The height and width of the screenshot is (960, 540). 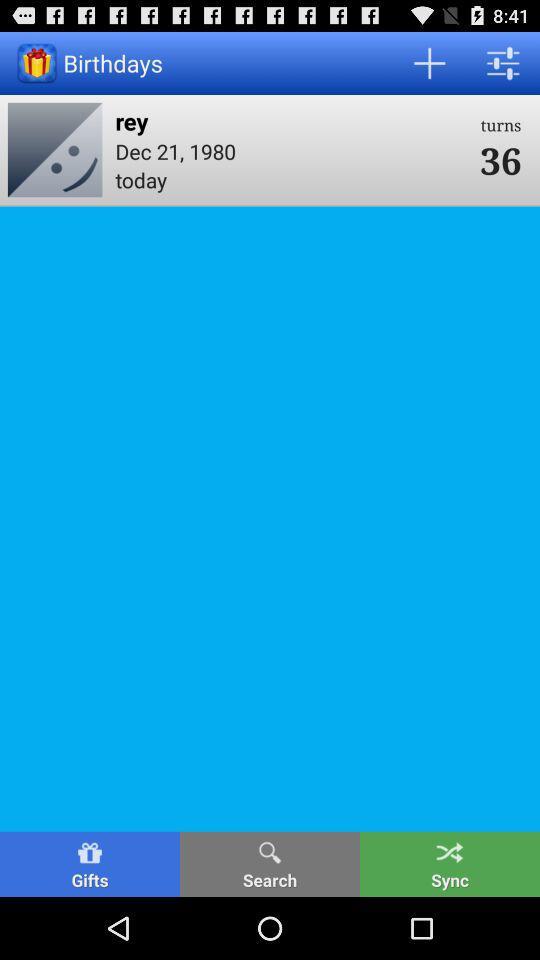 I want to click on the icon to the left of 36 icon, so click(x=290, y=120).